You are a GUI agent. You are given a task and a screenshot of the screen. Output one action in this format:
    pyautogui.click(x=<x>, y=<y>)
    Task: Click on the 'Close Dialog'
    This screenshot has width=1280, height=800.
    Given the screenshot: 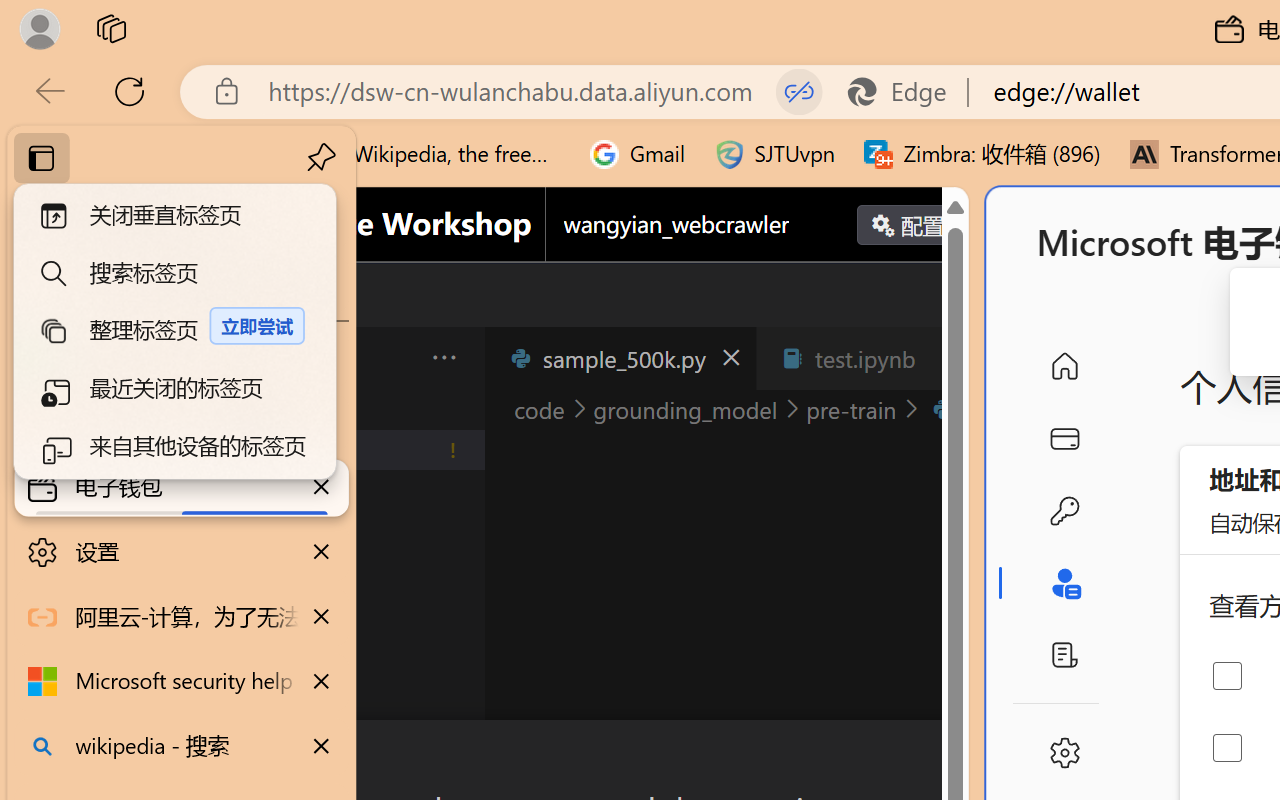 What is the action you would take?
    pyautogui.click(x=960, y=756)
    